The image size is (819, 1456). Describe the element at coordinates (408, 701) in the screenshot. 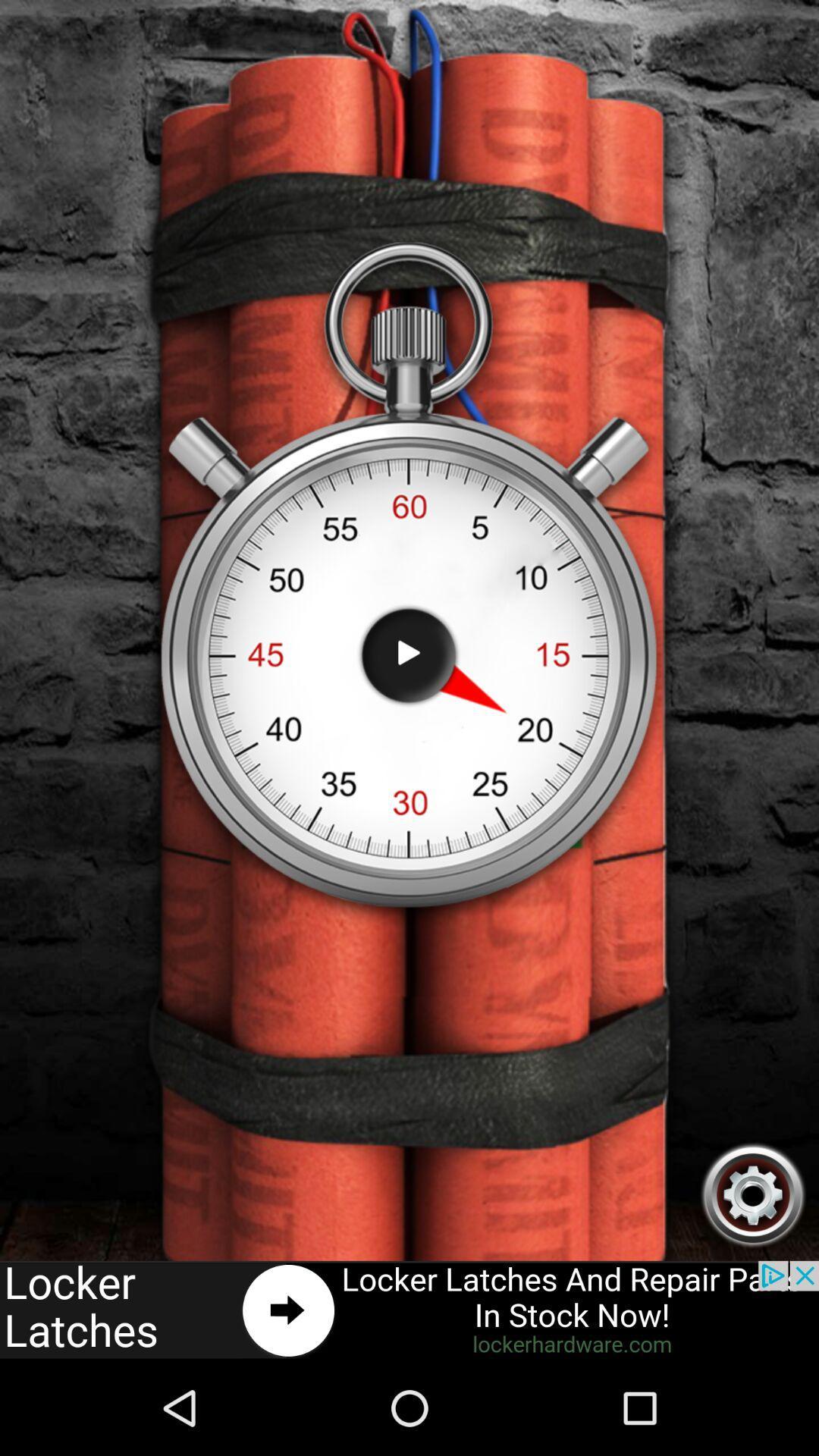

I see `the play icon` at that location.